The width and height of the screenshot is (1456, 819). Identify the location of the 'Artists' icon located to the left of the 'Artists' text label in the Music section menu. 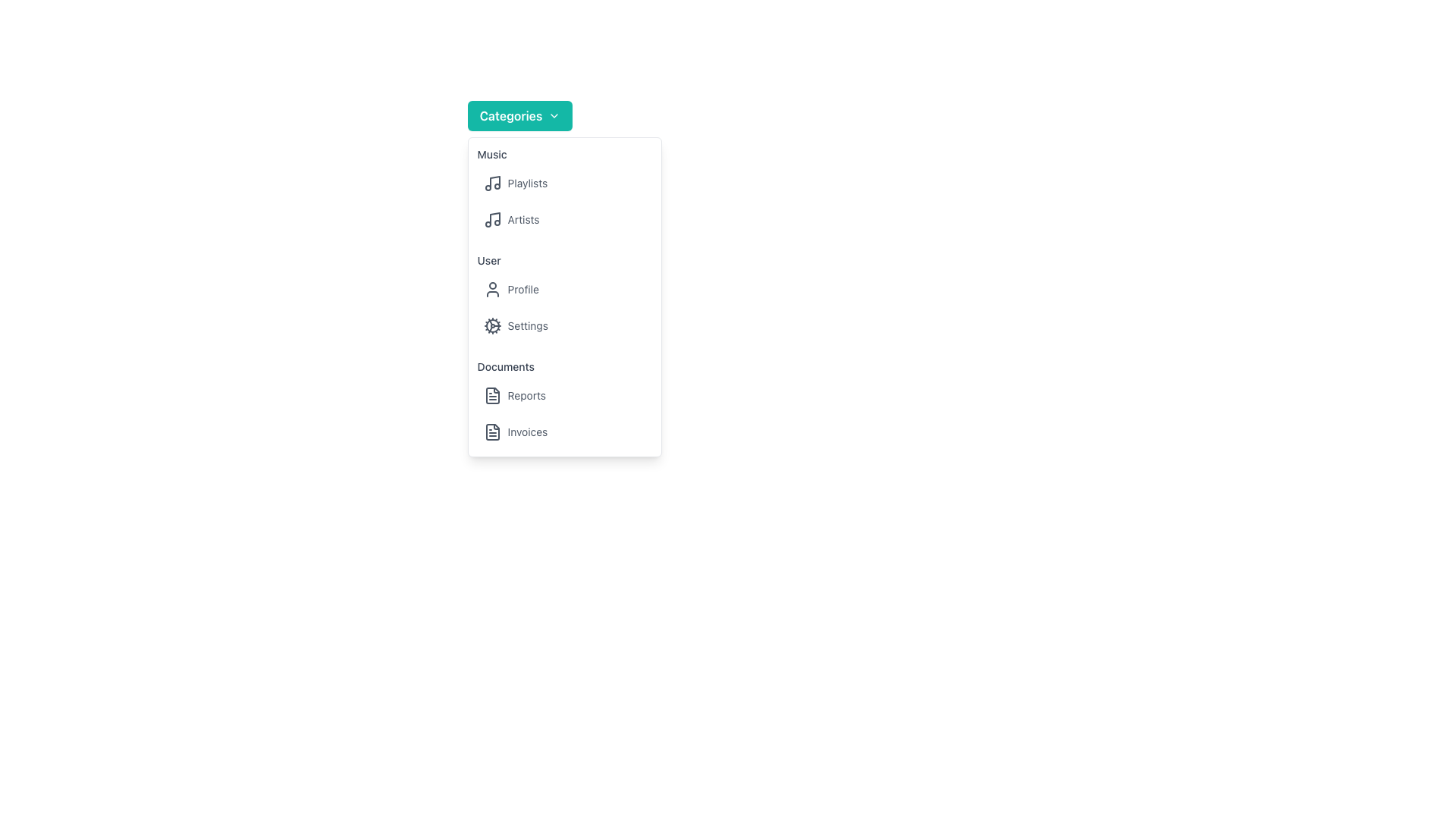
(492, 219).